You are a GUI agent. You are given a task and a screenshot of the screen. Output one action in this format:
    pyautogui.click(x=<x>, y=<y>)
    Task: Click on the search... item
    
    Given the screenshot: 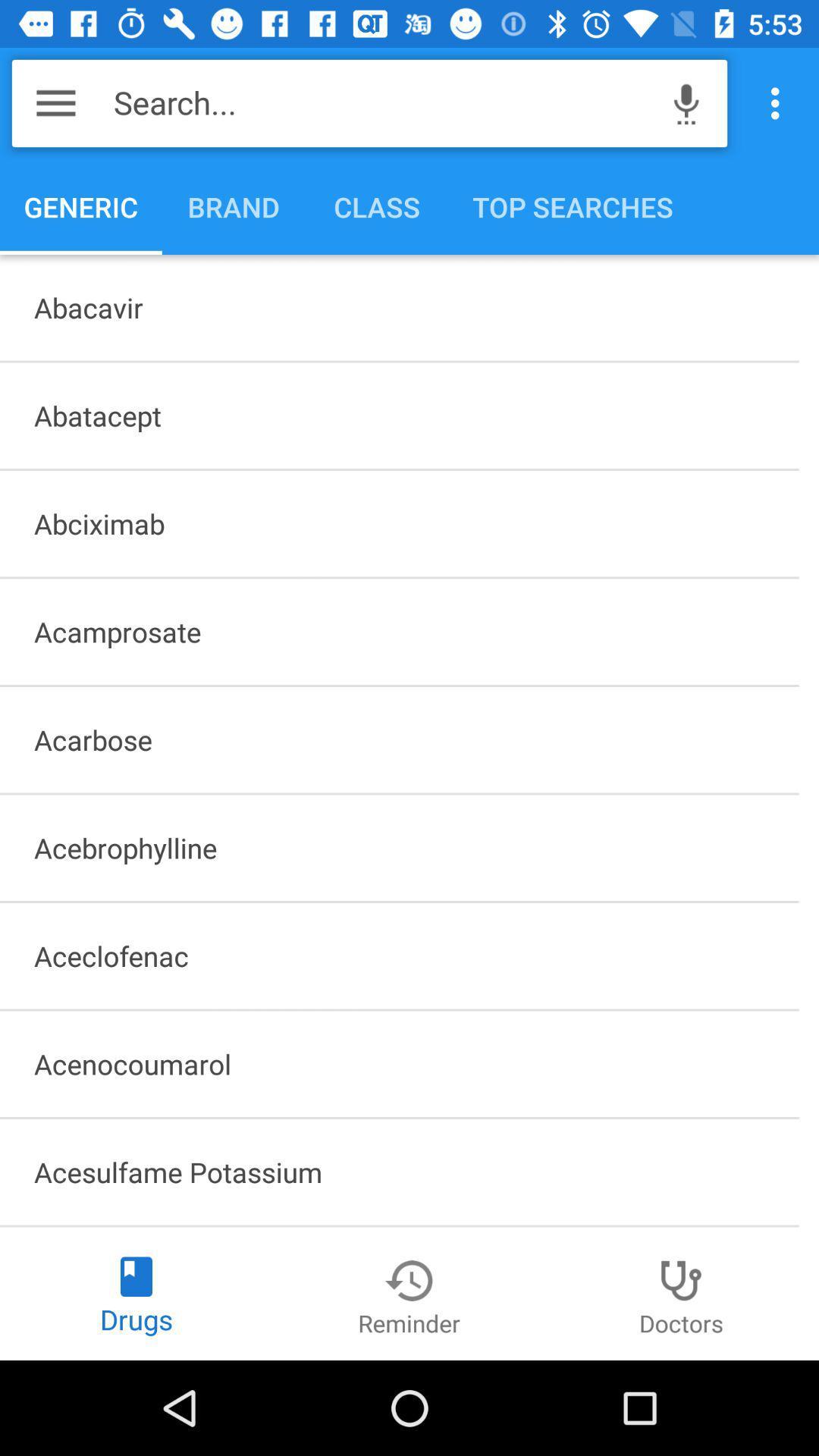 What is the action you would take?
    pyautogui.click(x=382, y=102)
    